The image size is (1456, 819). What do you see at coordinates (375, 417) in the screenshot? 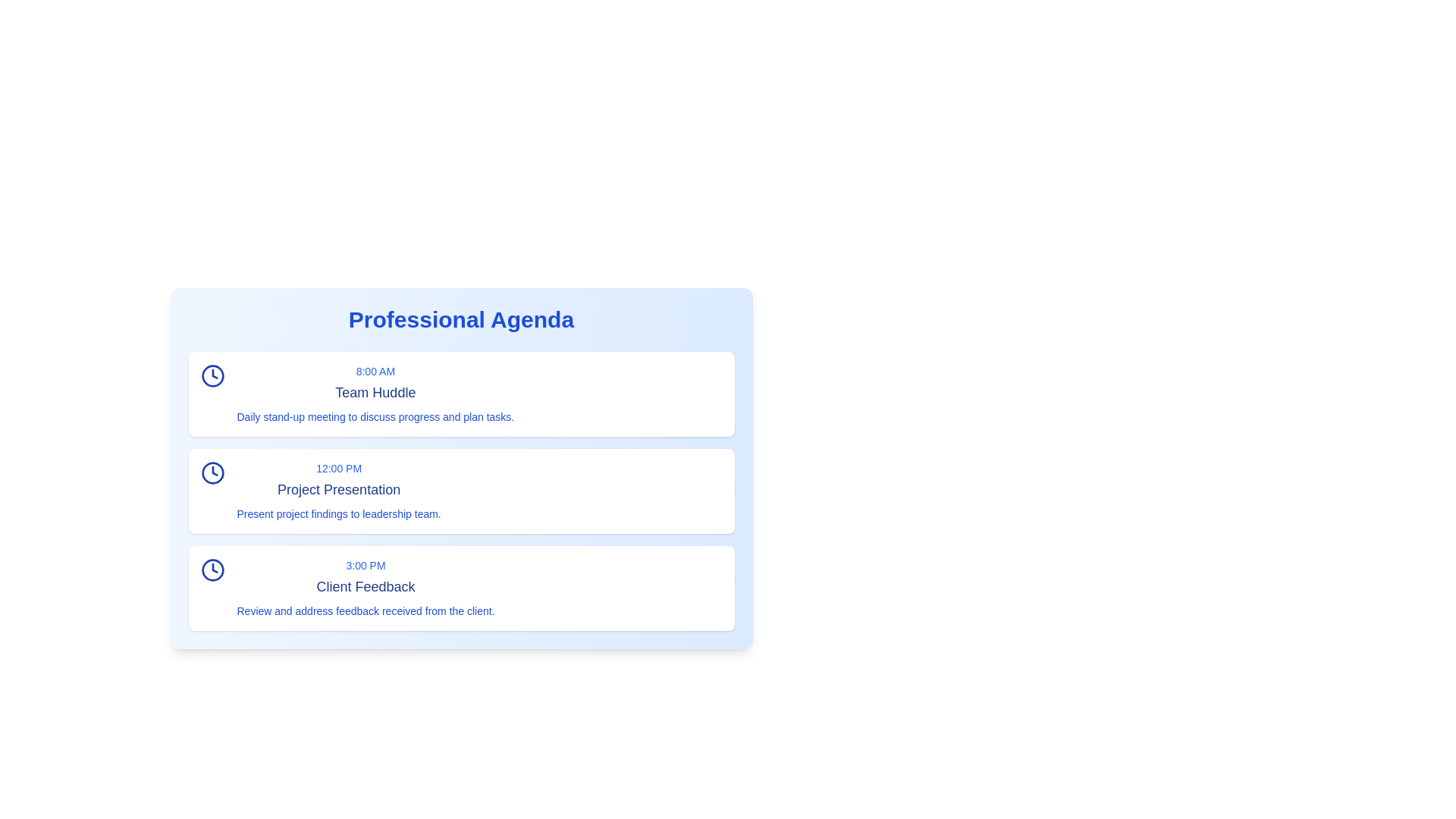
I see `descriptive text located below the 'Team Huddle' title for the 8:00 AM schedule` at bounding box center [375, 417].